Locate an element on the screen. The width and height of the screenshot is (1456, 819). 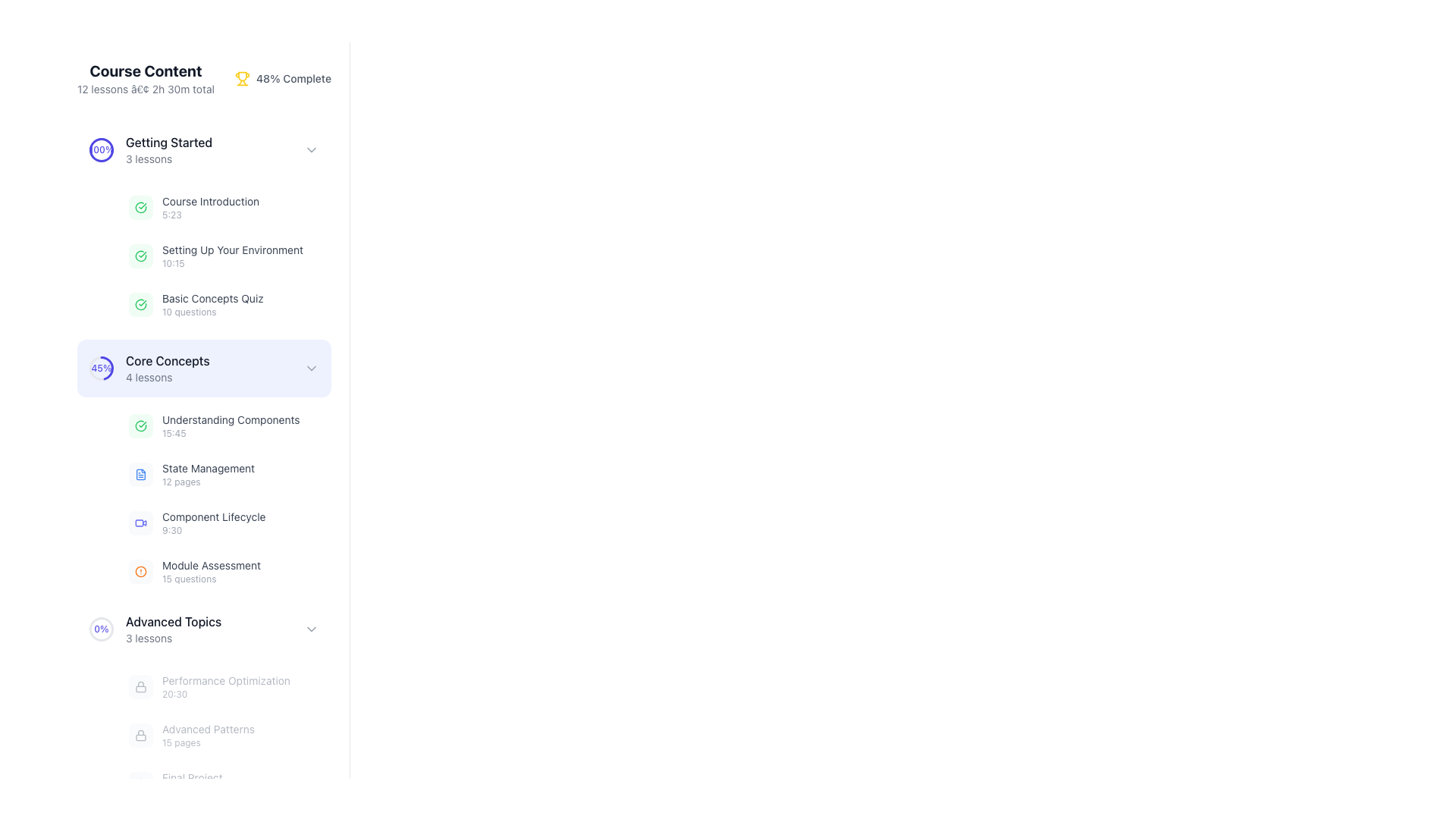
the progress indicator image, which displays the completion percentage of the associated course section, positioned to the left of the 'Getting Started' text is located at coordinates (101, 149).